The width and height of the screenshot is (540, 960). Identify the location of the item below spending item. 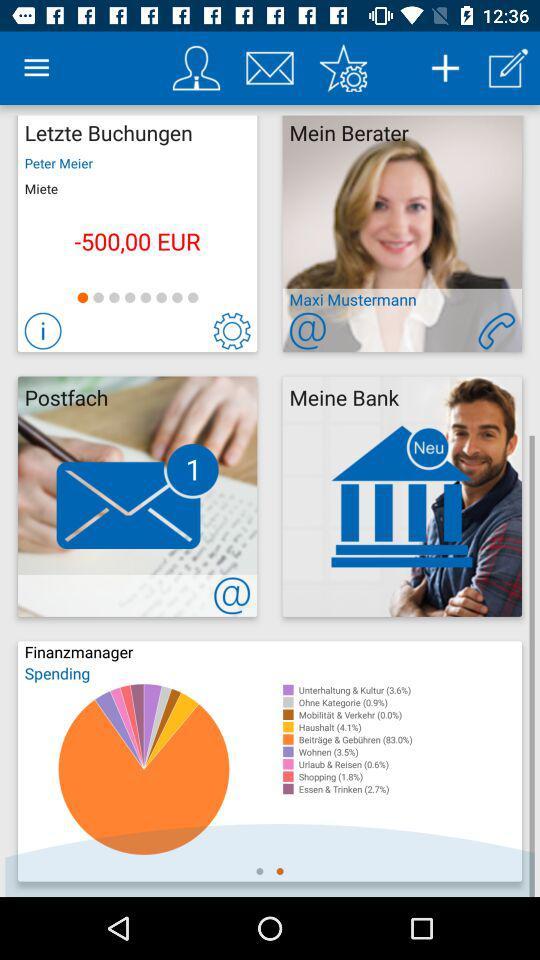
(409, 690).